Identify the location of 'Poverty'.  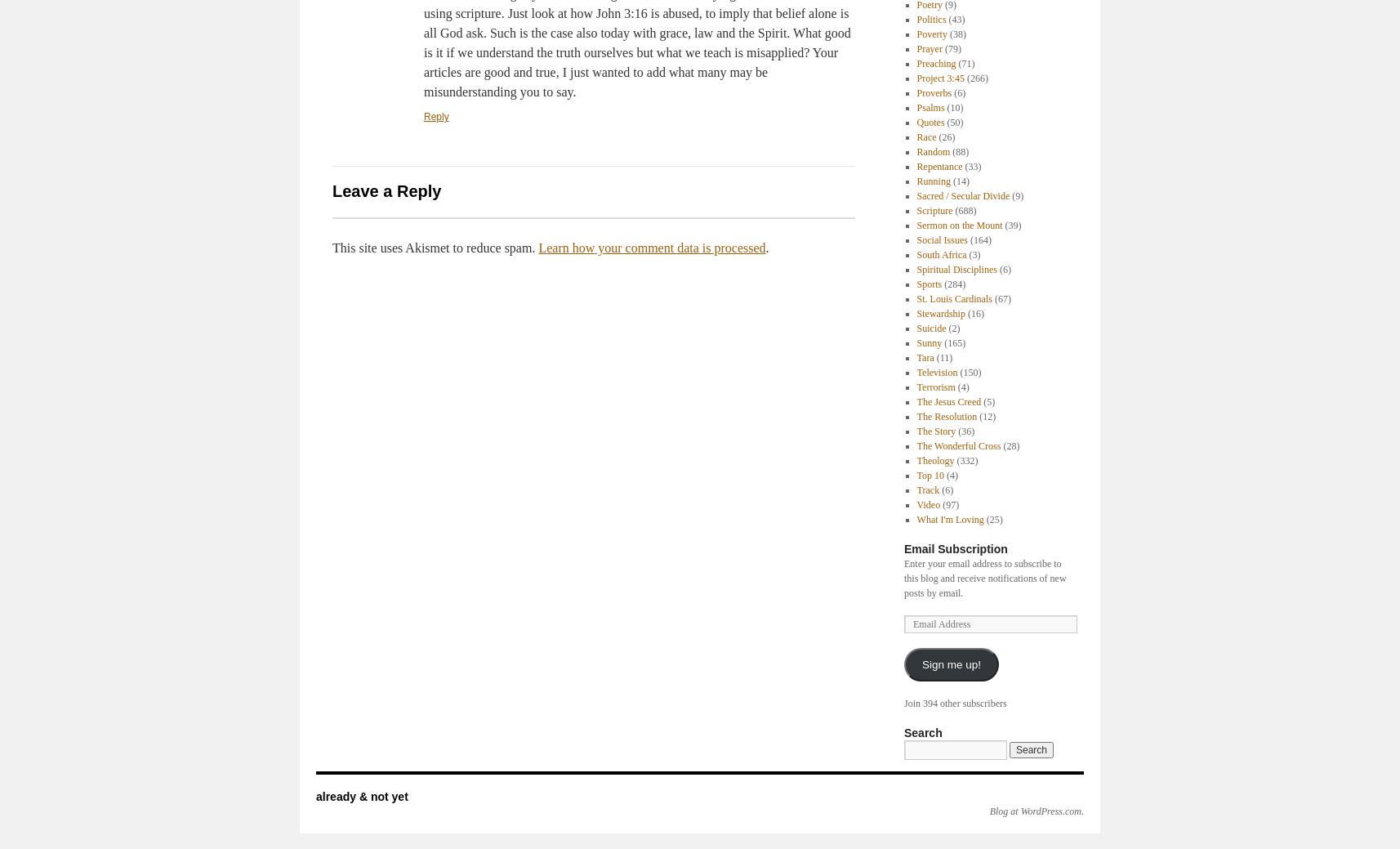
(931, 33).